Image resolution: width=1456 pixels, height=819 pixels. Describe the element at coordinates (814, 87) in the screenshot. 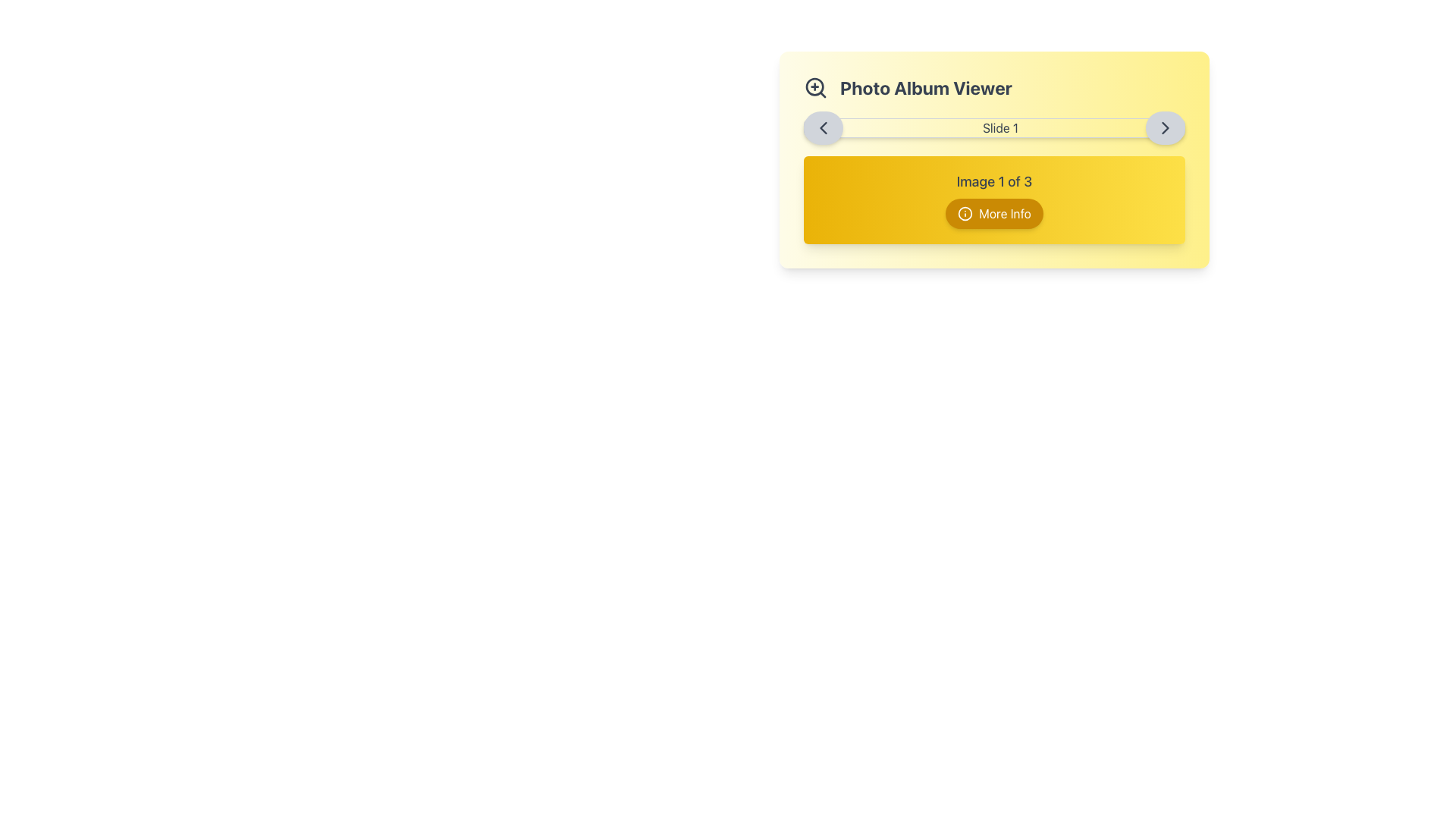

I see `the magnifying glass icon with a plus sign at its center, located to the left of the text 'Photo Album Viewer'` at that location.